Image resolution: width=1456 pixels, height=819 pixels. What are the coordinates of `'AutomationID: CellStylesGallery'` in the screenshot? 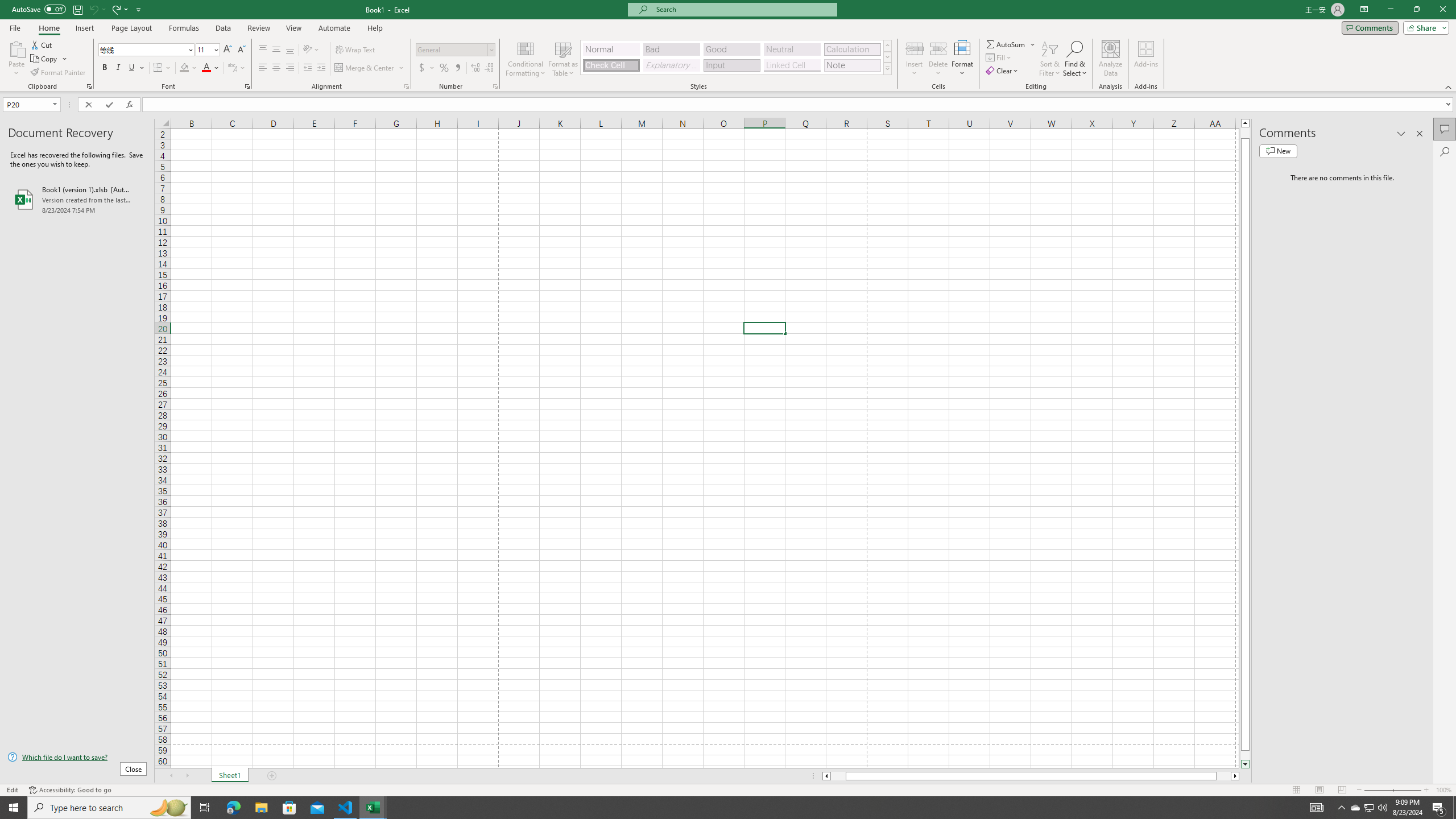 It's located at (737, 57).